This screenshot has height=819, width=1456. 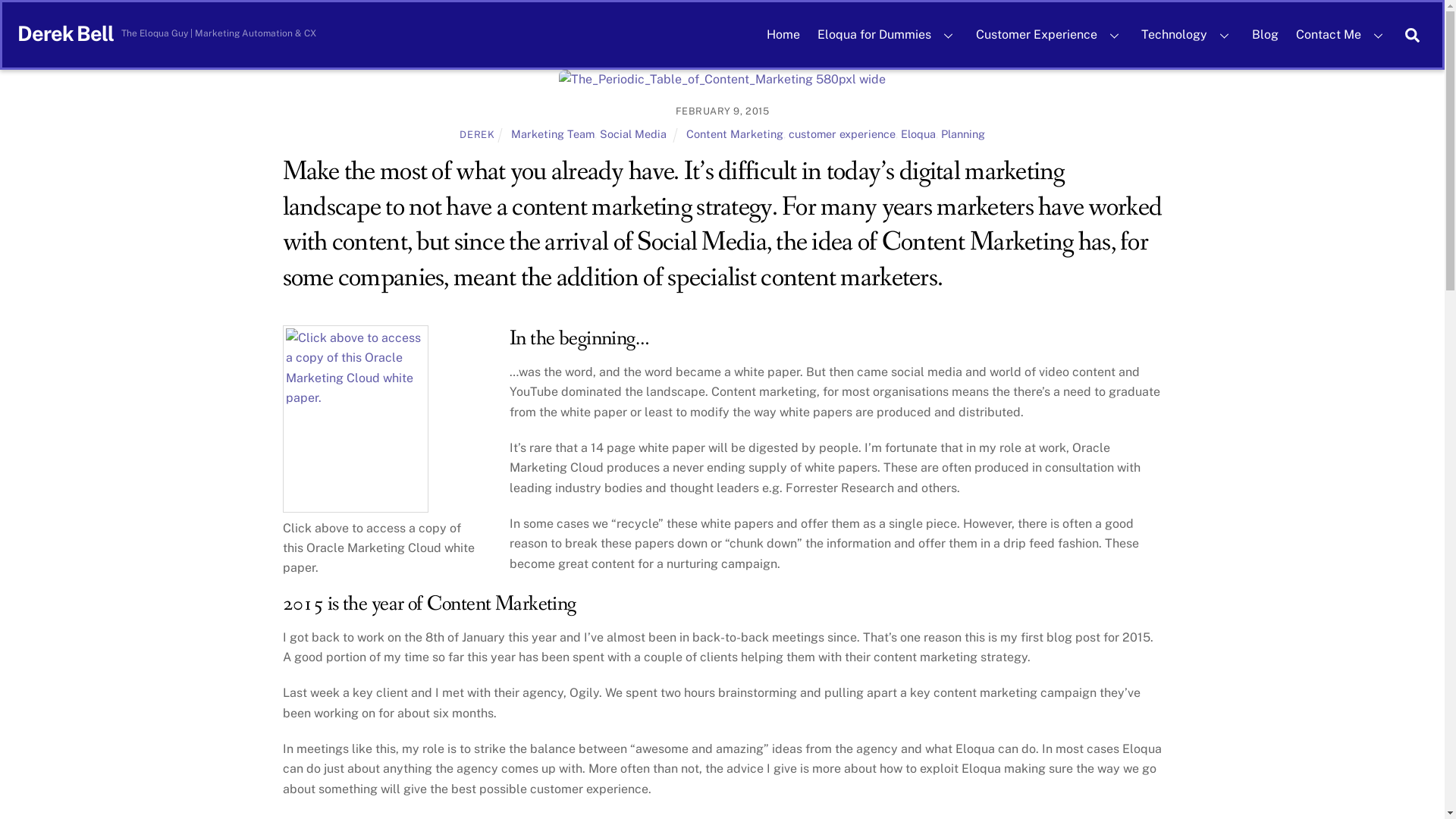 I want to click on 'Eloqua', so click(x=917, y=133).